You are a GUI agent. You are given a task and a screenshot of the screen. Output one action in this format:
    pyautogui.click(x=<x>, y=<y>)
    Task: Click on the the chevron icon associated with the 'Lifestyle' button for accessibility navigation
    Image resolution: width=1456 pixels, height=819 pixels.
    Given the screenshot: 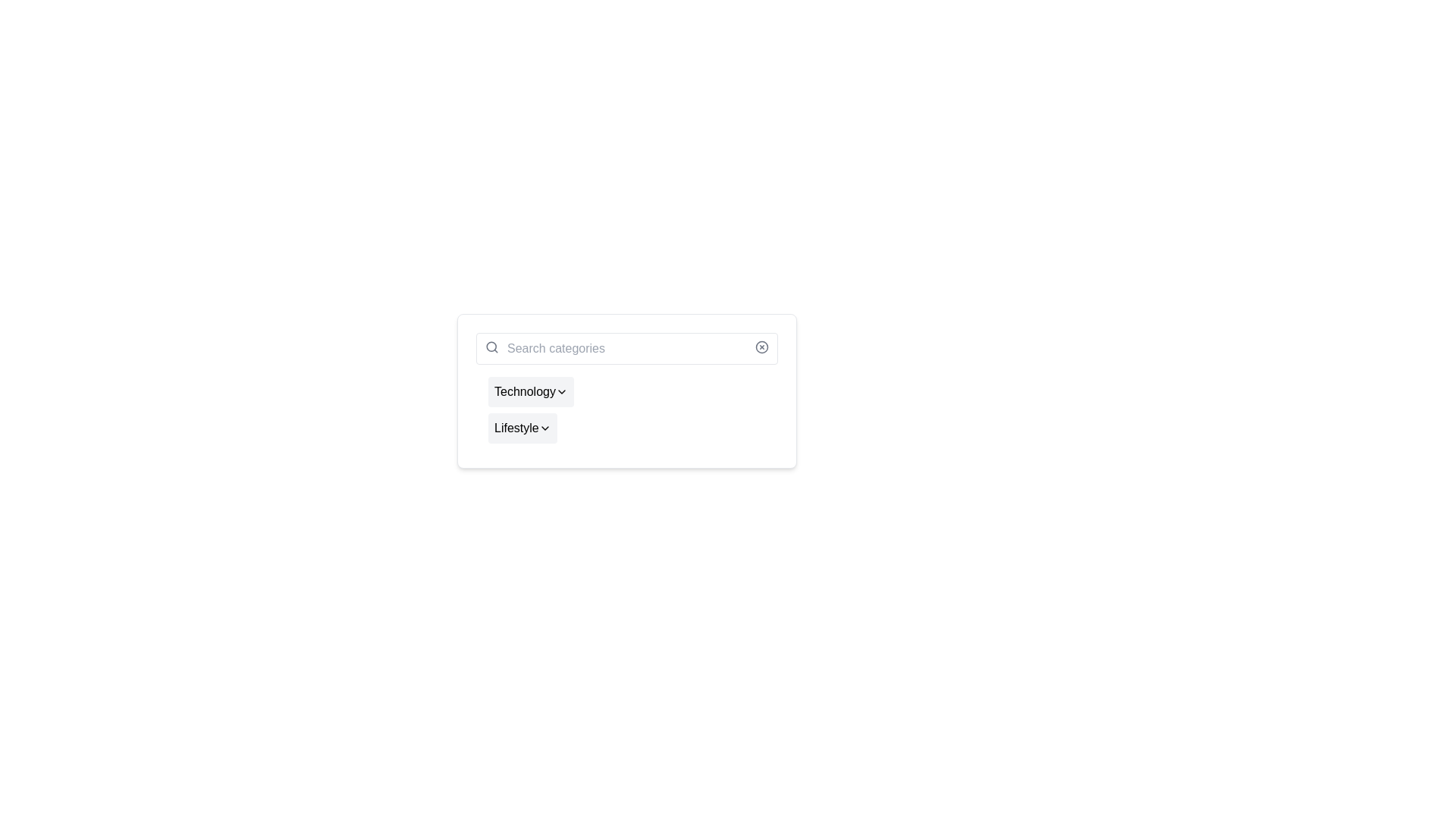 What is the action you would take?
    pyautogui.click(x=544, y=428)
    